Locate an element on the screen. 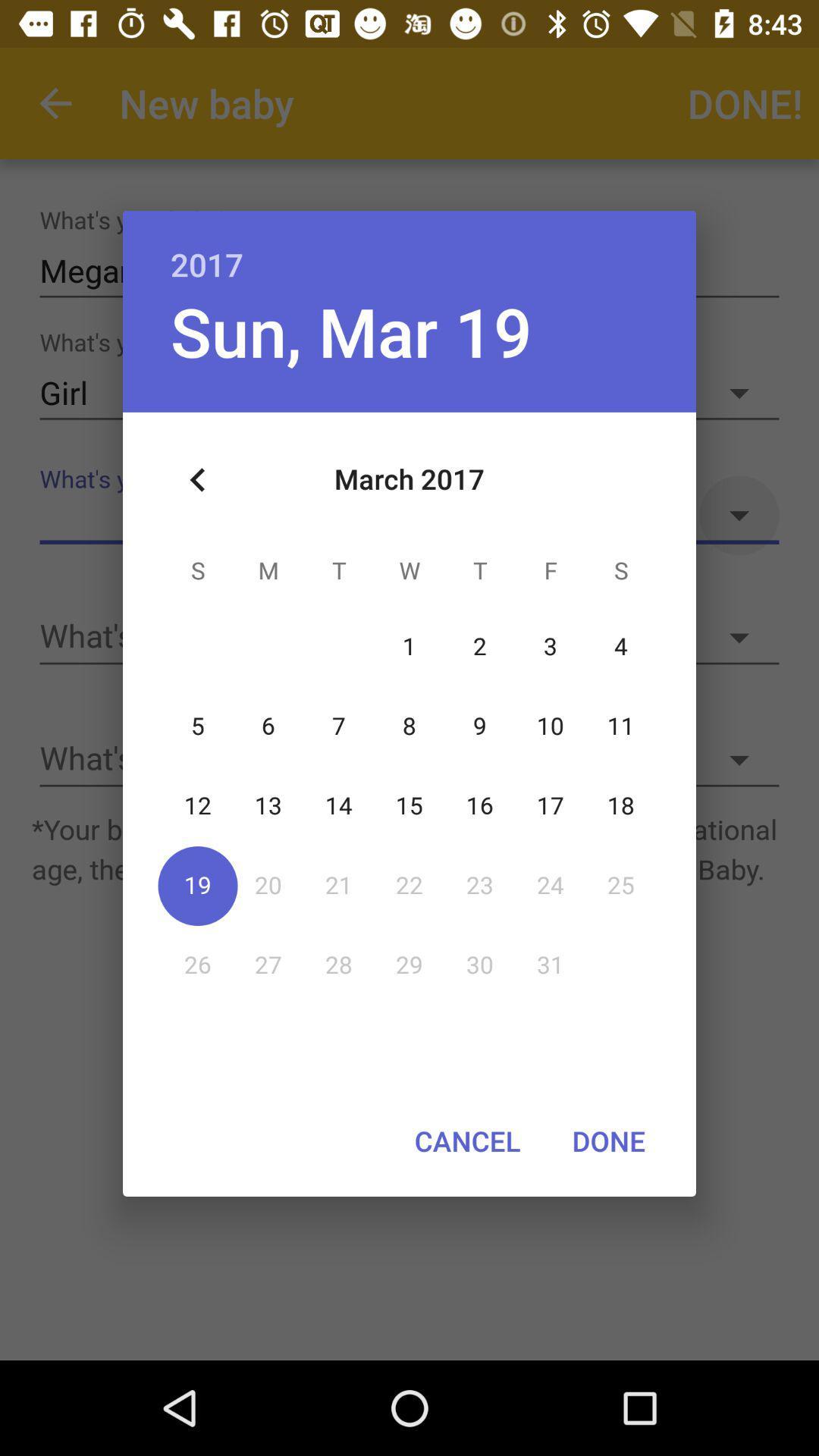 Image resolution: width=819 pixels, height=1456 pixels. cancel icon is located at coordinates (466, 1141).